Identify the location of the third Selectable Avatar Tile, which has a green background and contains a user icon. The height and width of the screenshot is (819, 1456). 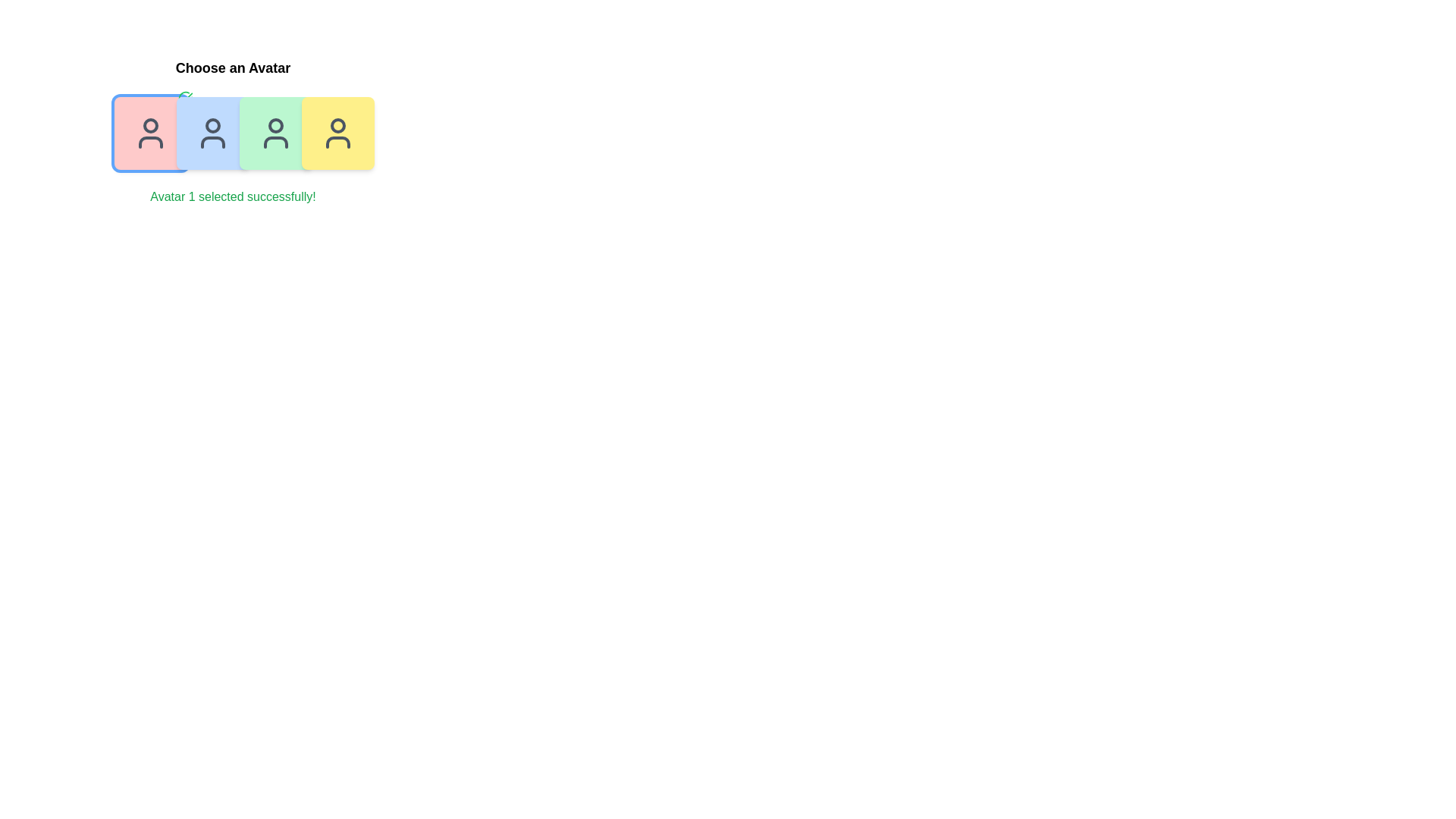
(275, 133).